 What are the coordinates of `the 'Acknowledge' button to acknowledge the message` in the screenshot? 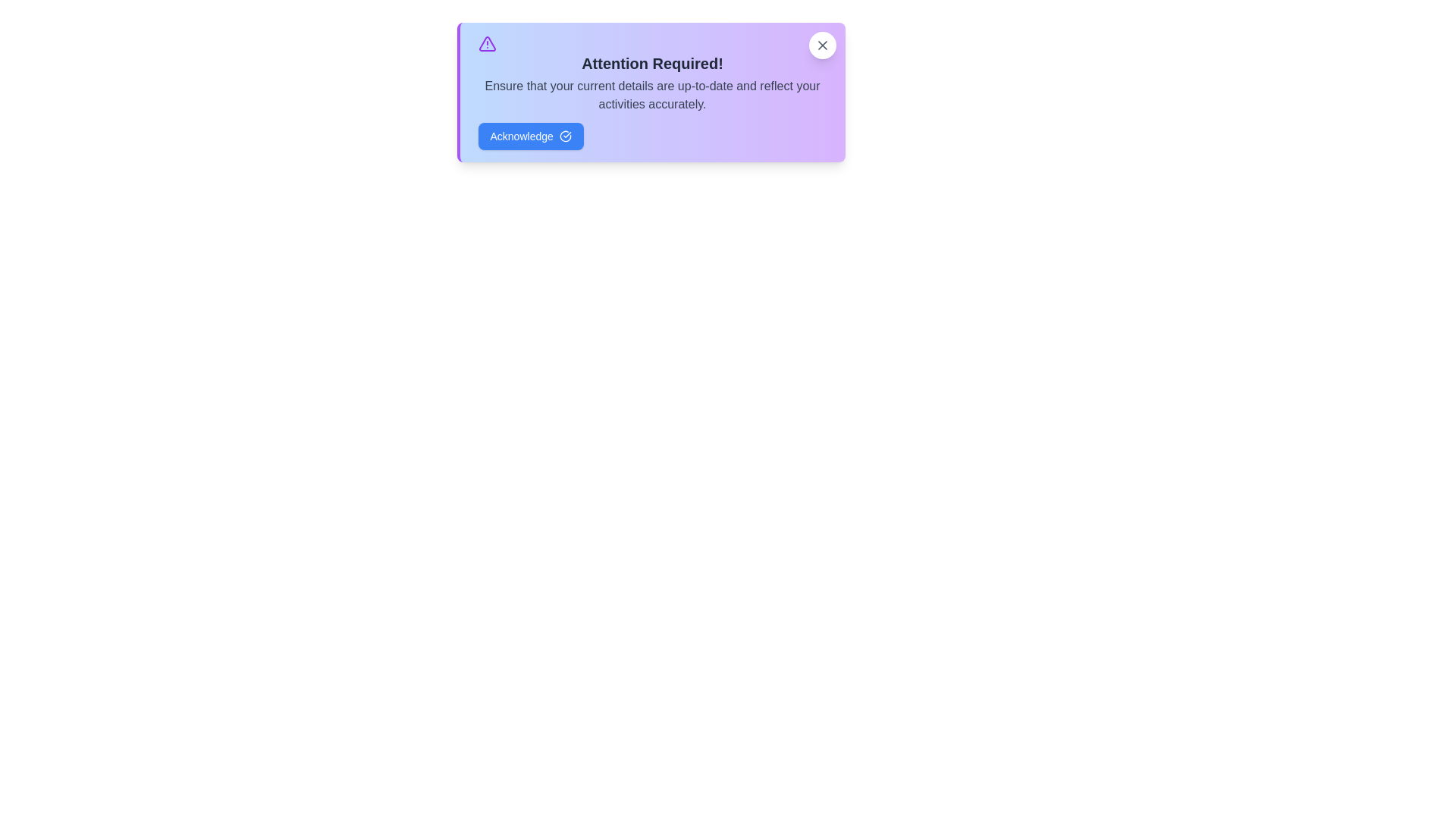 It's located at (531, 136).